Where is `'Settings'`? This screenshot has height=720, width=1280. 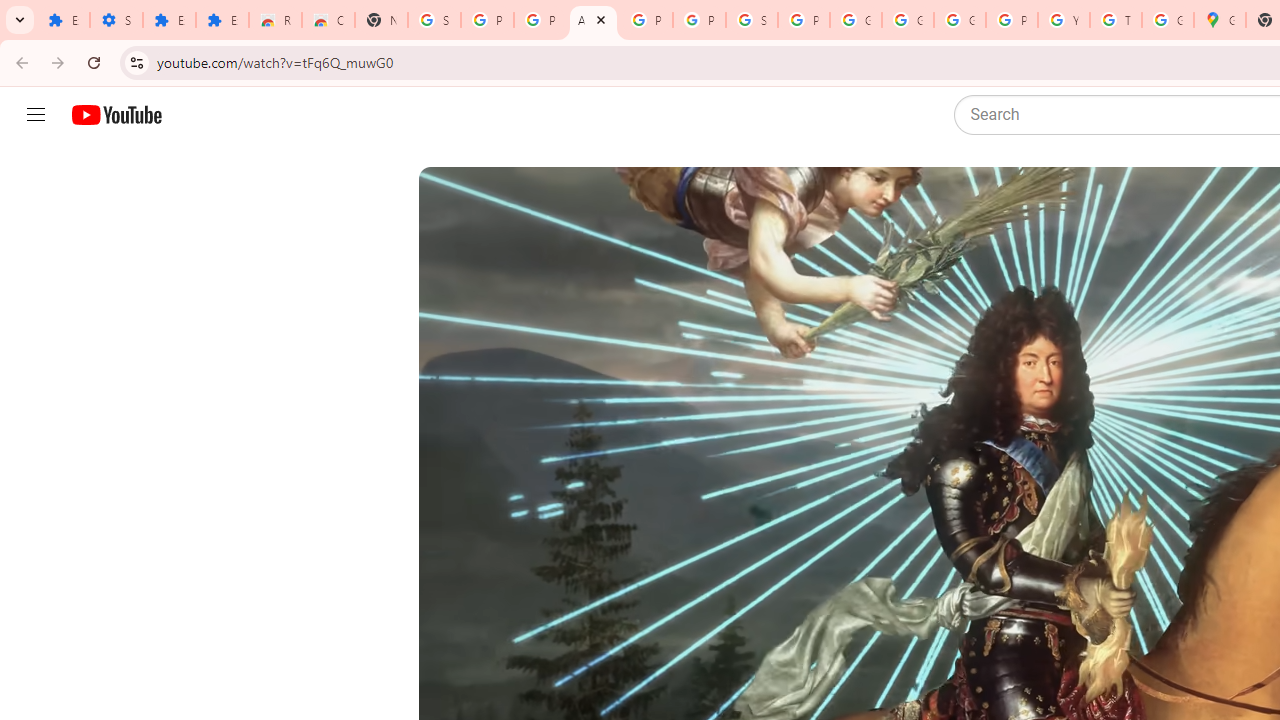 'Settings' is located at coordinates (115, 20).